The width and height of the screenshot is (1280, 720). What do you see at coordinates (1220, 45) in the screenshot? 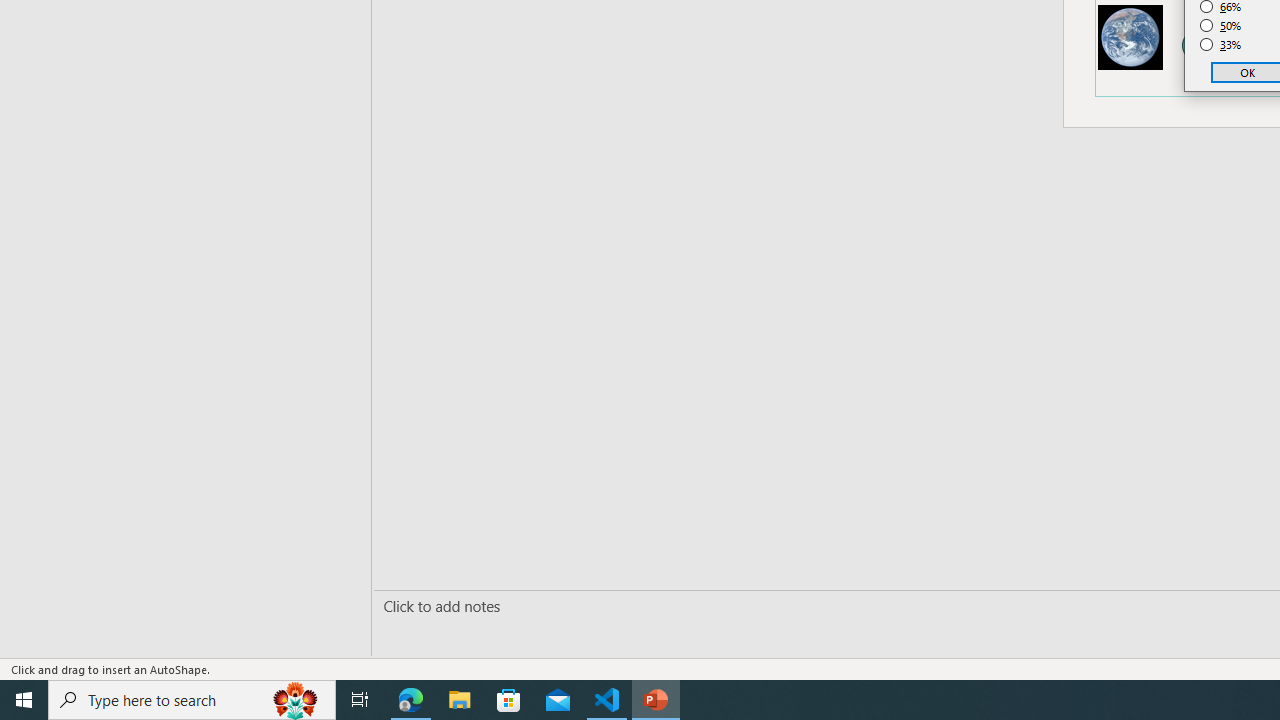
I see `'33%'` at bounding box center [1220, 45].